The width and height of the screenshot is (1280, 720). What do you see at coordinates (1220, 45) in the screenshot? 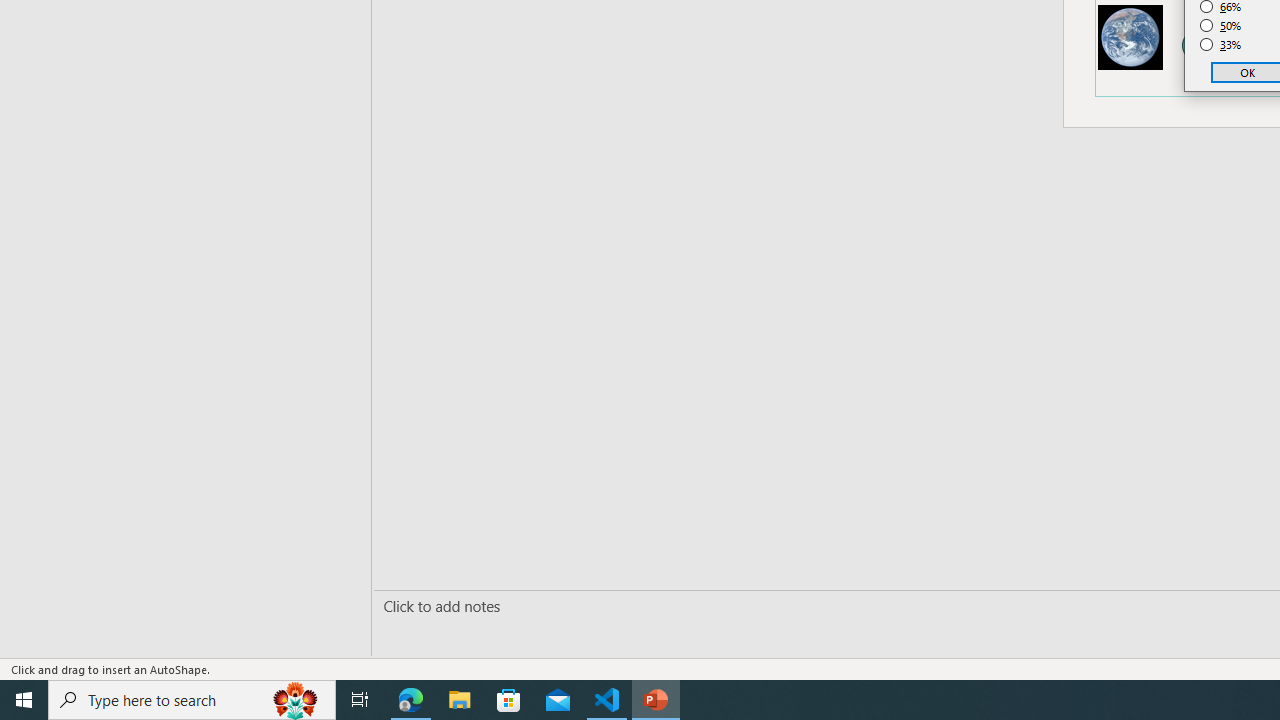
I see `'33%'` at bounding box center [1220, 45].